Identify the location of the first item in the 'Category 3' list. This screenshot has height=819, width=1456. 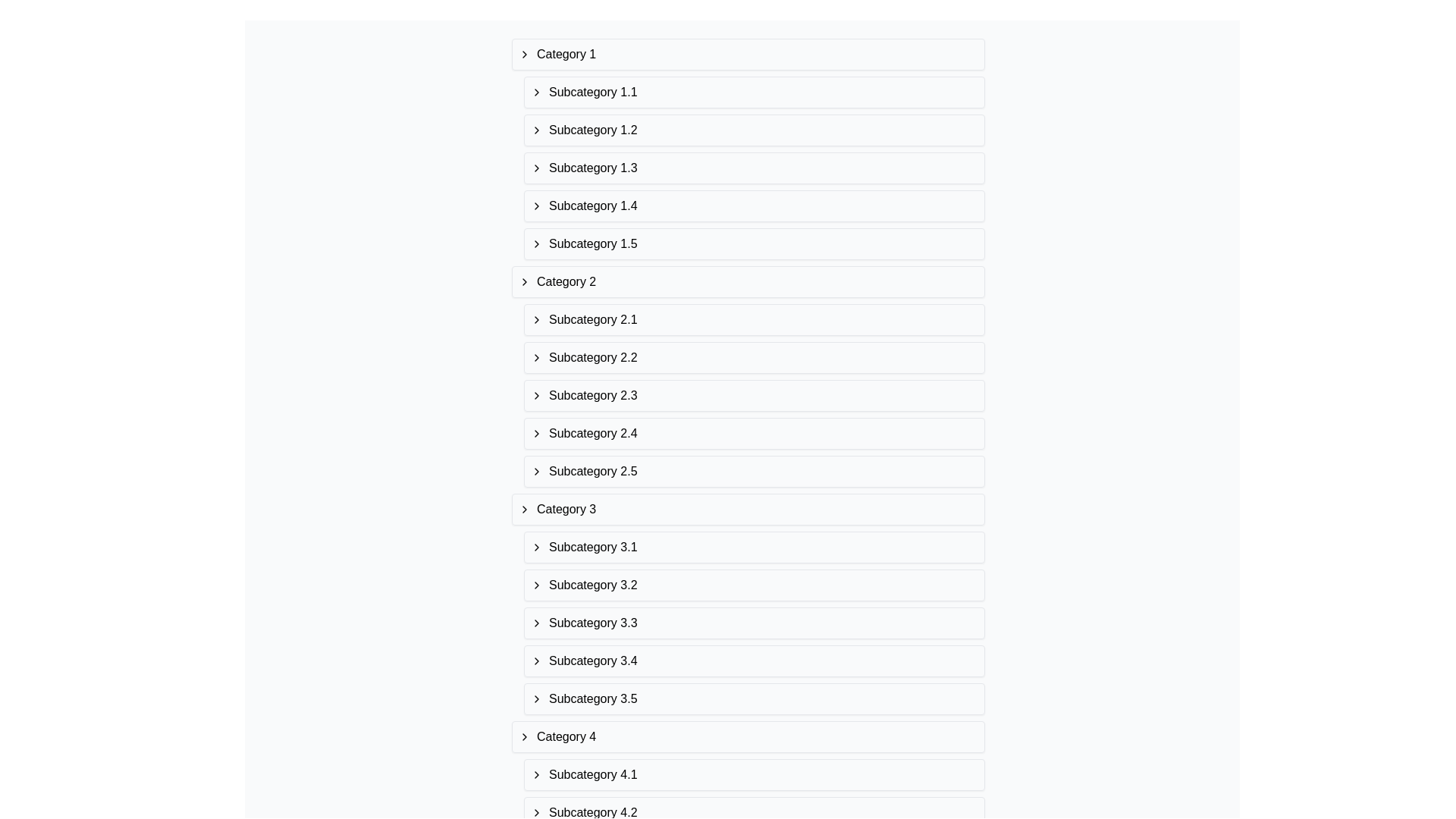
(754, 547).